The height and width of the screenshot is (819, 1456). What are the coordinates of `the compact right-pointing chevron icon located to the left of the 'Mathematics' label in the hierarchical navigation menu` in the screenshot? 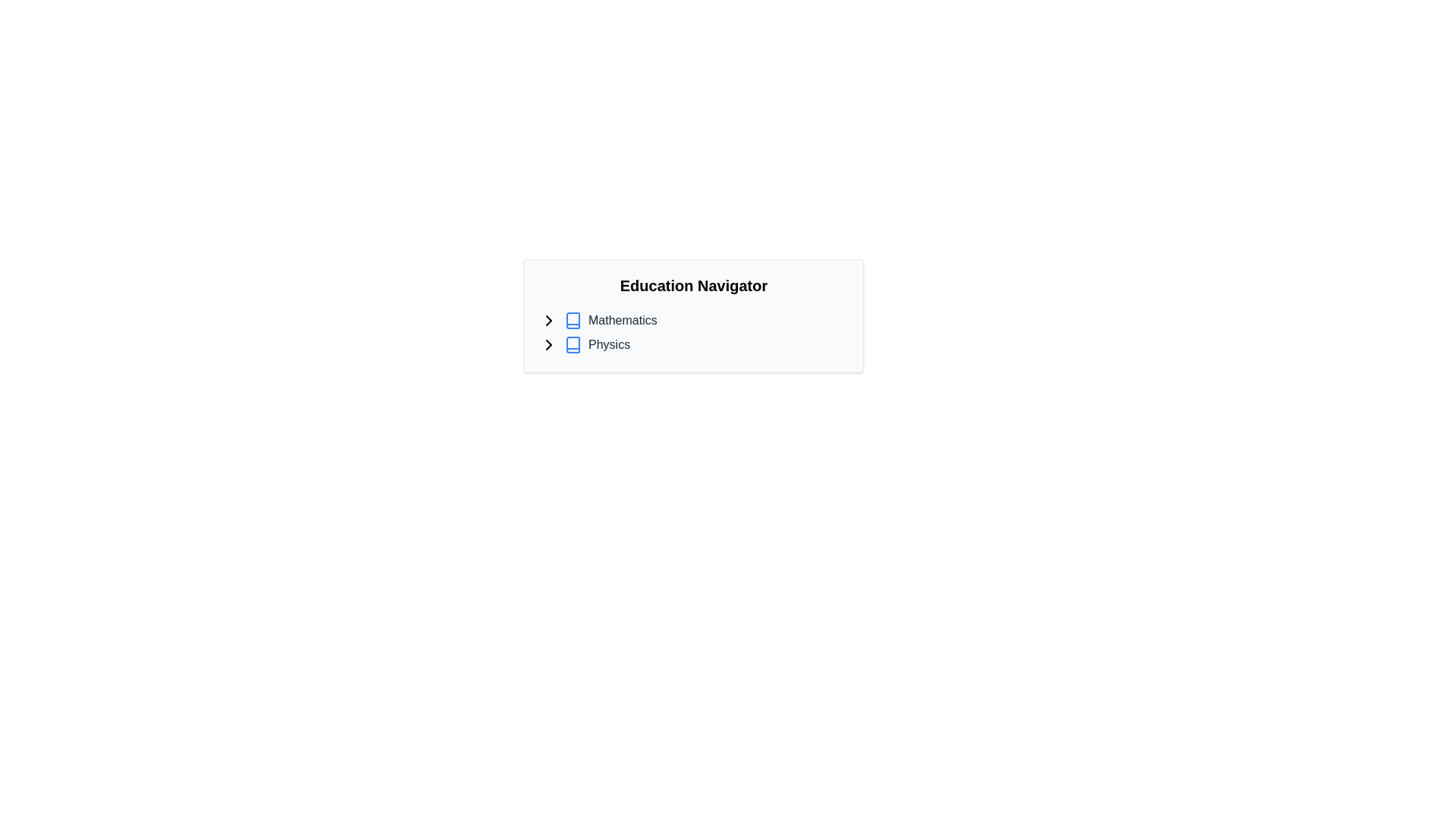 It's located at (548, 320).